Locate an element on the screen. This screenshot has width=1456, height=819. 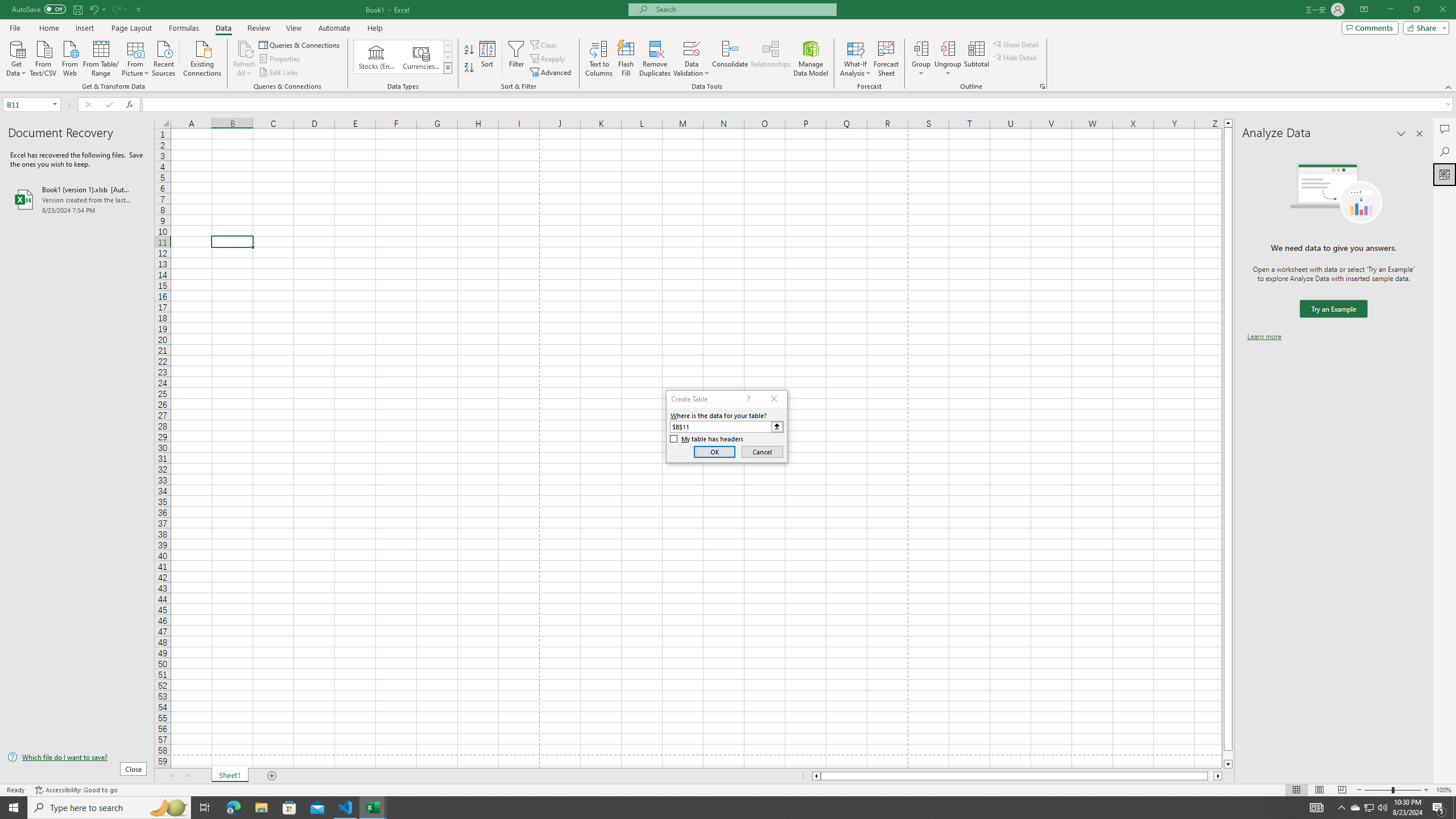
'Relationships' is located at coordinates (770, 59).